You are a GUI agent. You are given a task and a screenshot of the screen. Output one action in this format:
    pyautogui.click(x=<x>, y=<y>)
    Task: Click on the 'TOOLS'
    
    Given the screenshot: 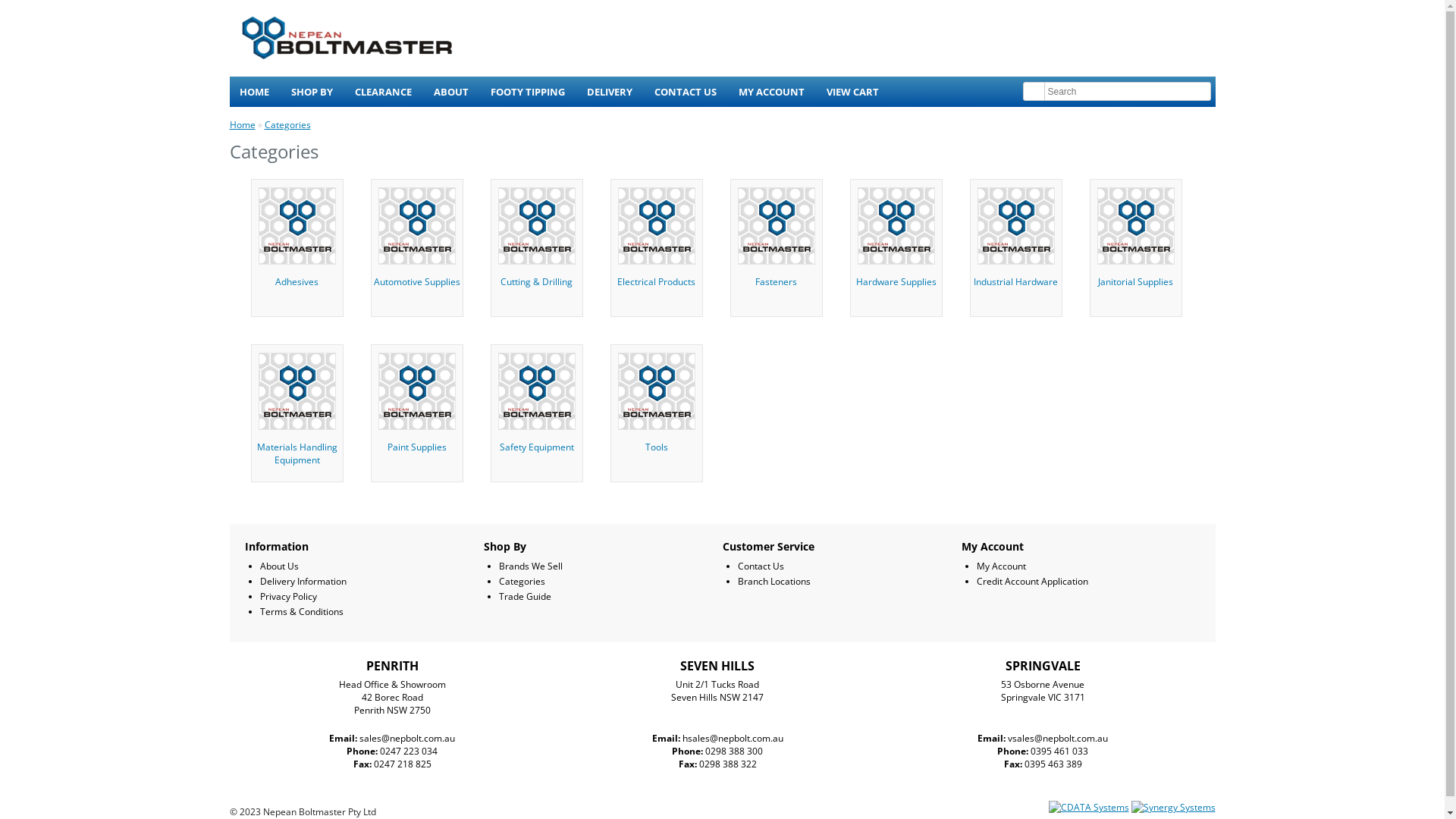 What is the action you would take?
    pyautogui.click(x=655, y=391)
    